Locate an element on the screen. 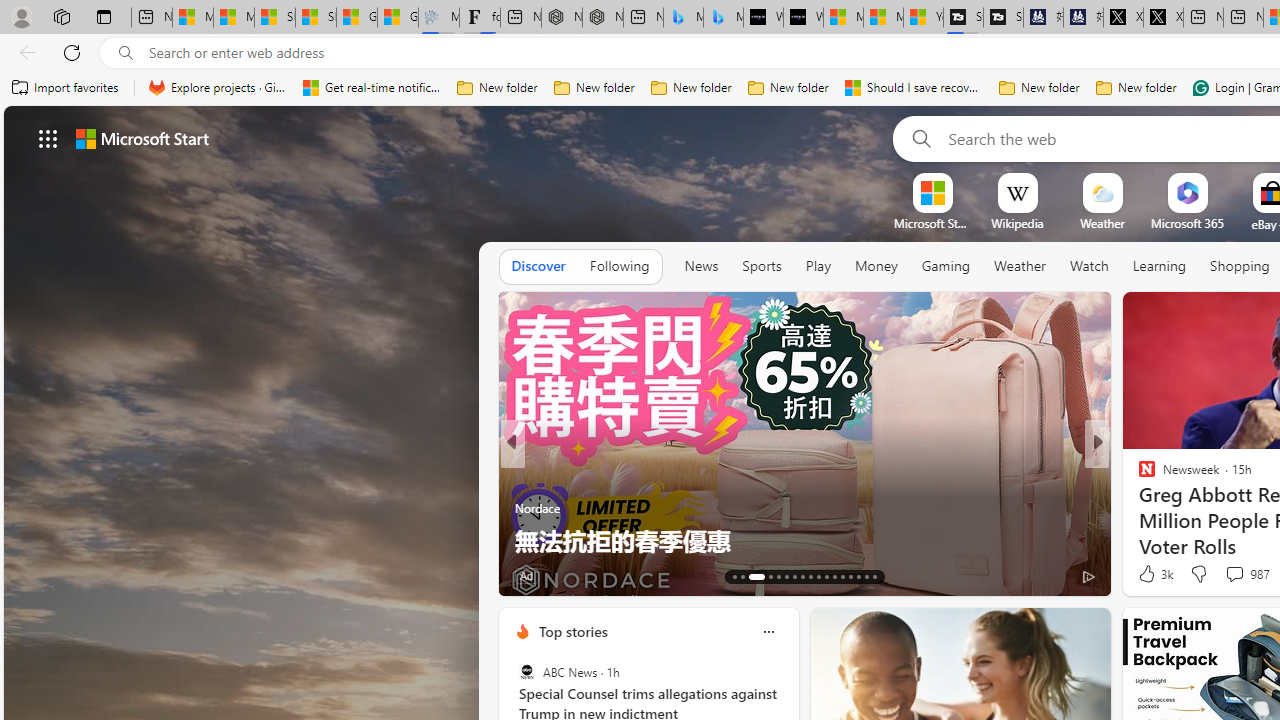  'View comments 85 Comment' is located at coordinates (1237, 575).